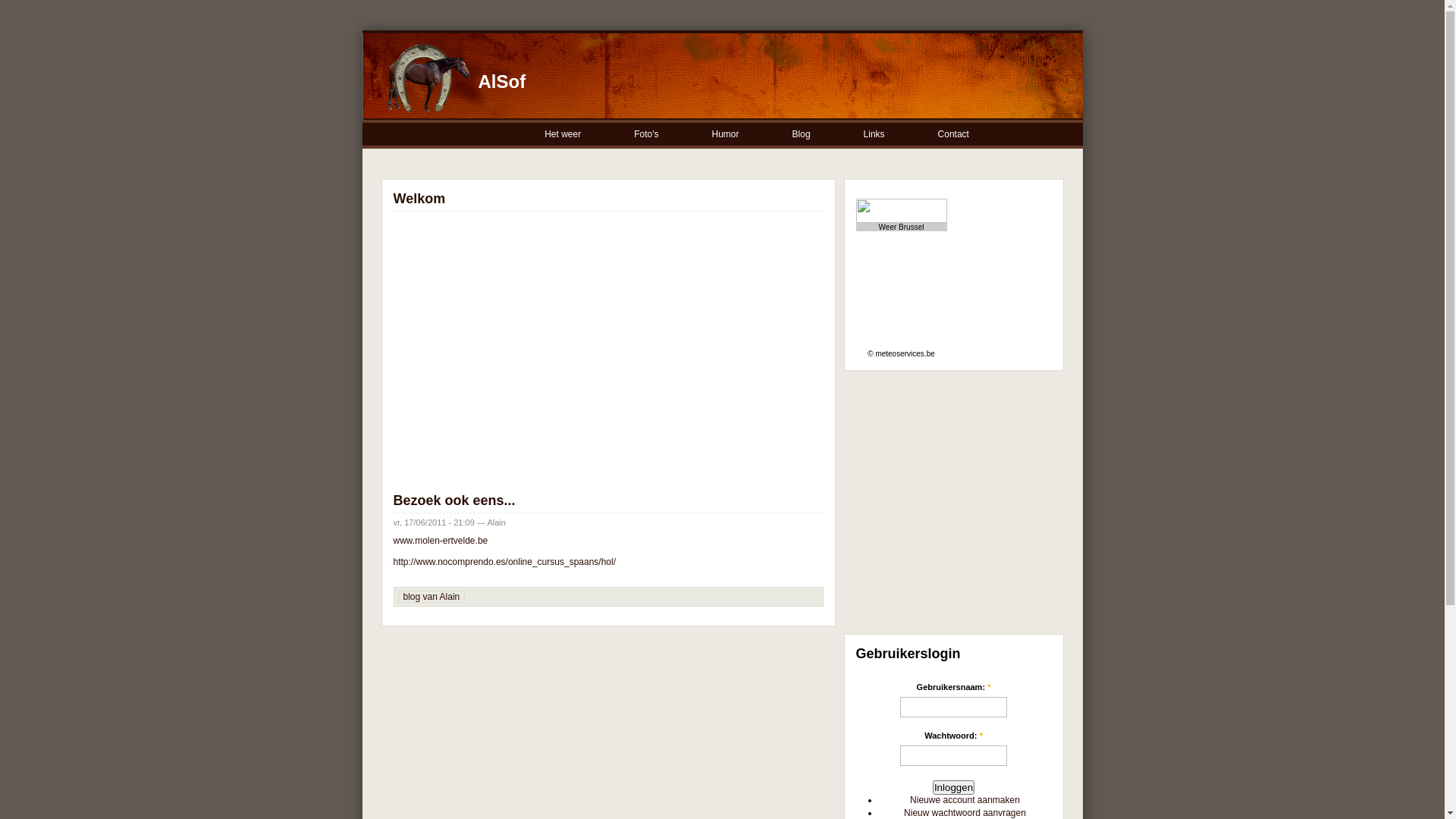  What do you see at coordinates (501, 81) in the screenshot?
I see `'AlSof'` at bounding box center [501, 81].